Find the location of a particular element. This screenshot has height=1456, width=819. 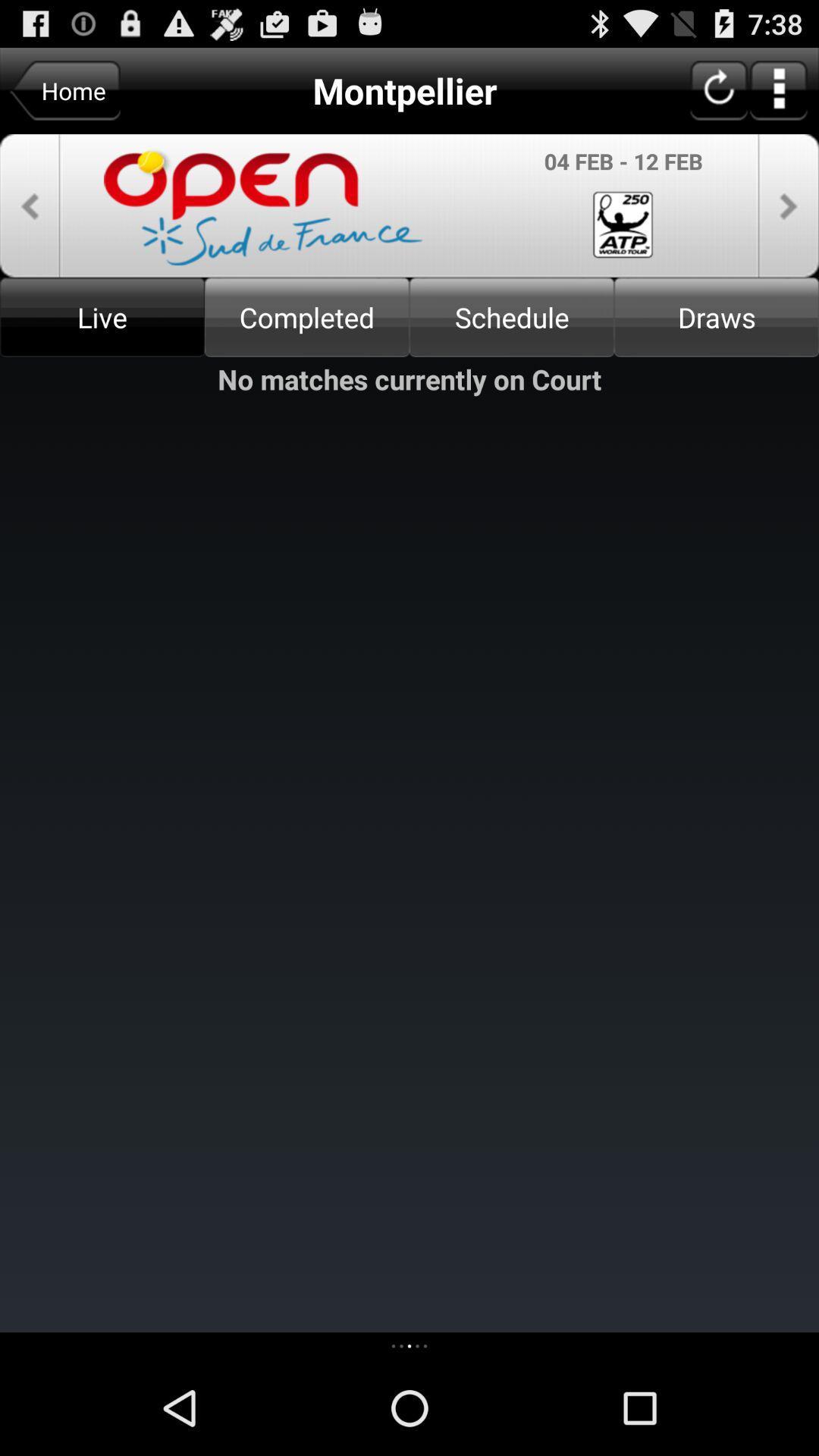

the share icon is located at coordinates (30, 219).